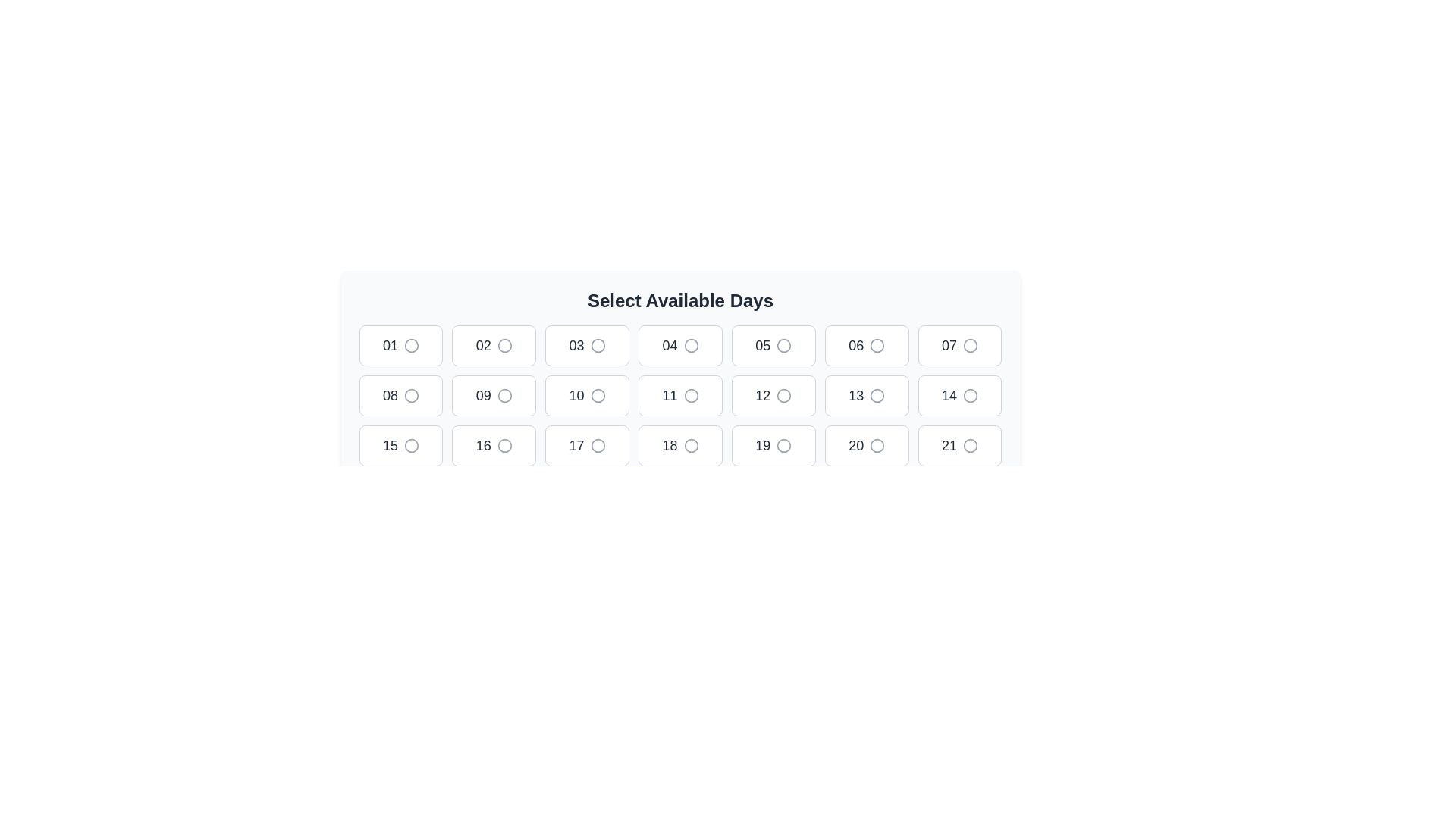 This screenshot has width=1456, height=819. What do you see at coordinates (400, 345) in the screenshot?
I see `the first button` at bounding box center [400, 345].